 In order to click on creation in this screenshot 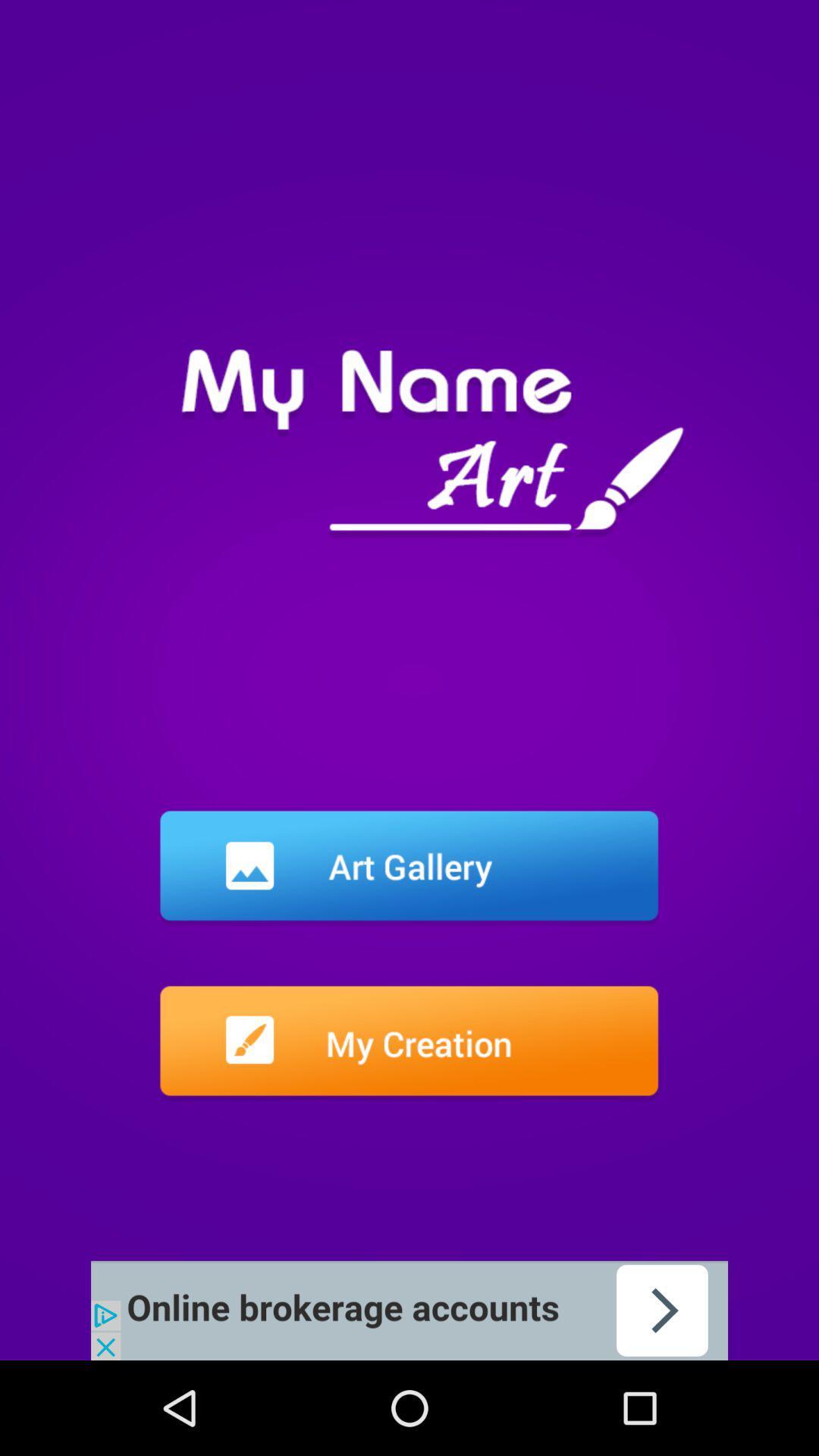, I will do `click(408, 1043)`.